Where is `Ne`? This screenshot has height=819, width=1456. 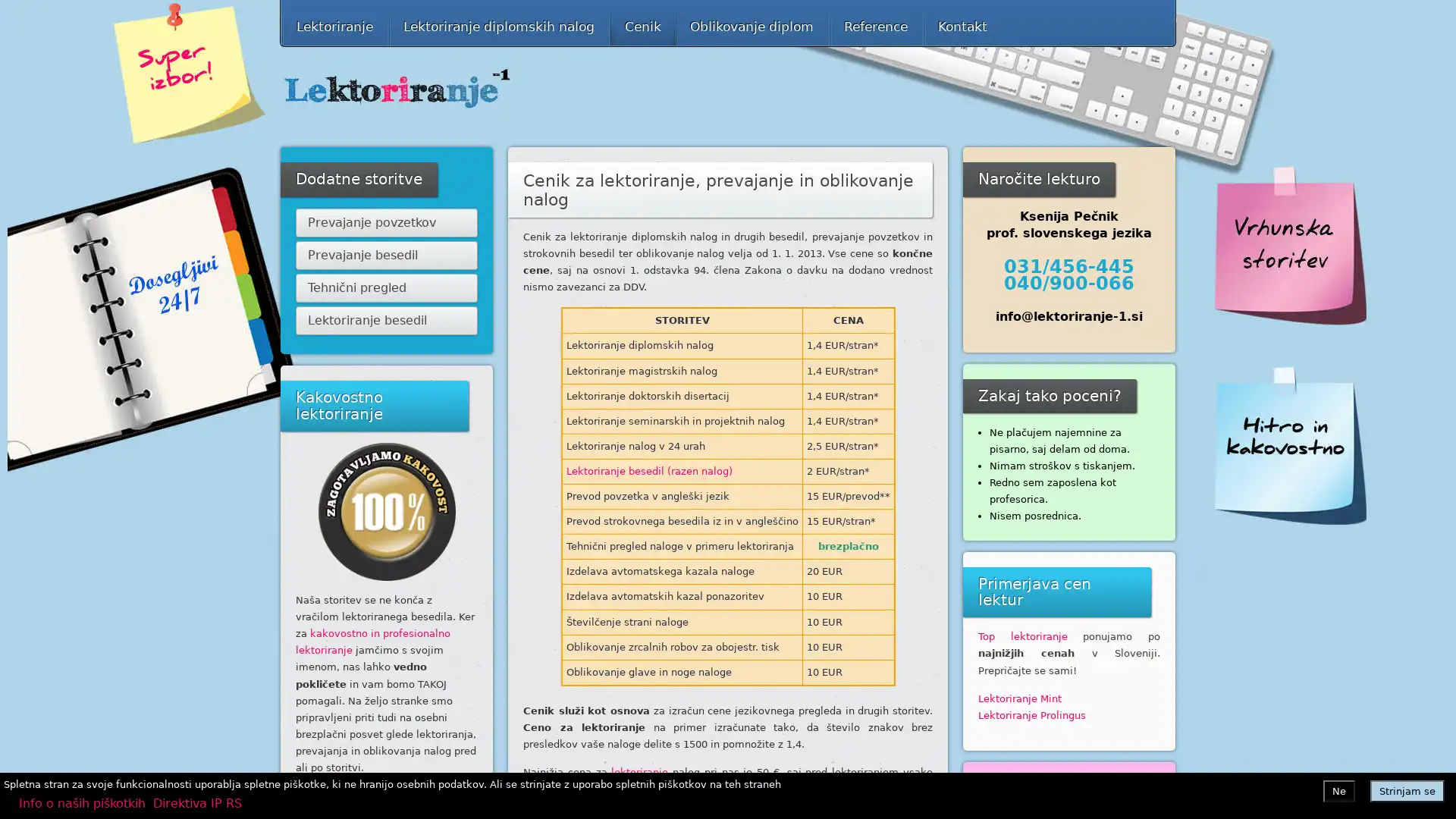 Ne is located at coordinates (1339, 789).